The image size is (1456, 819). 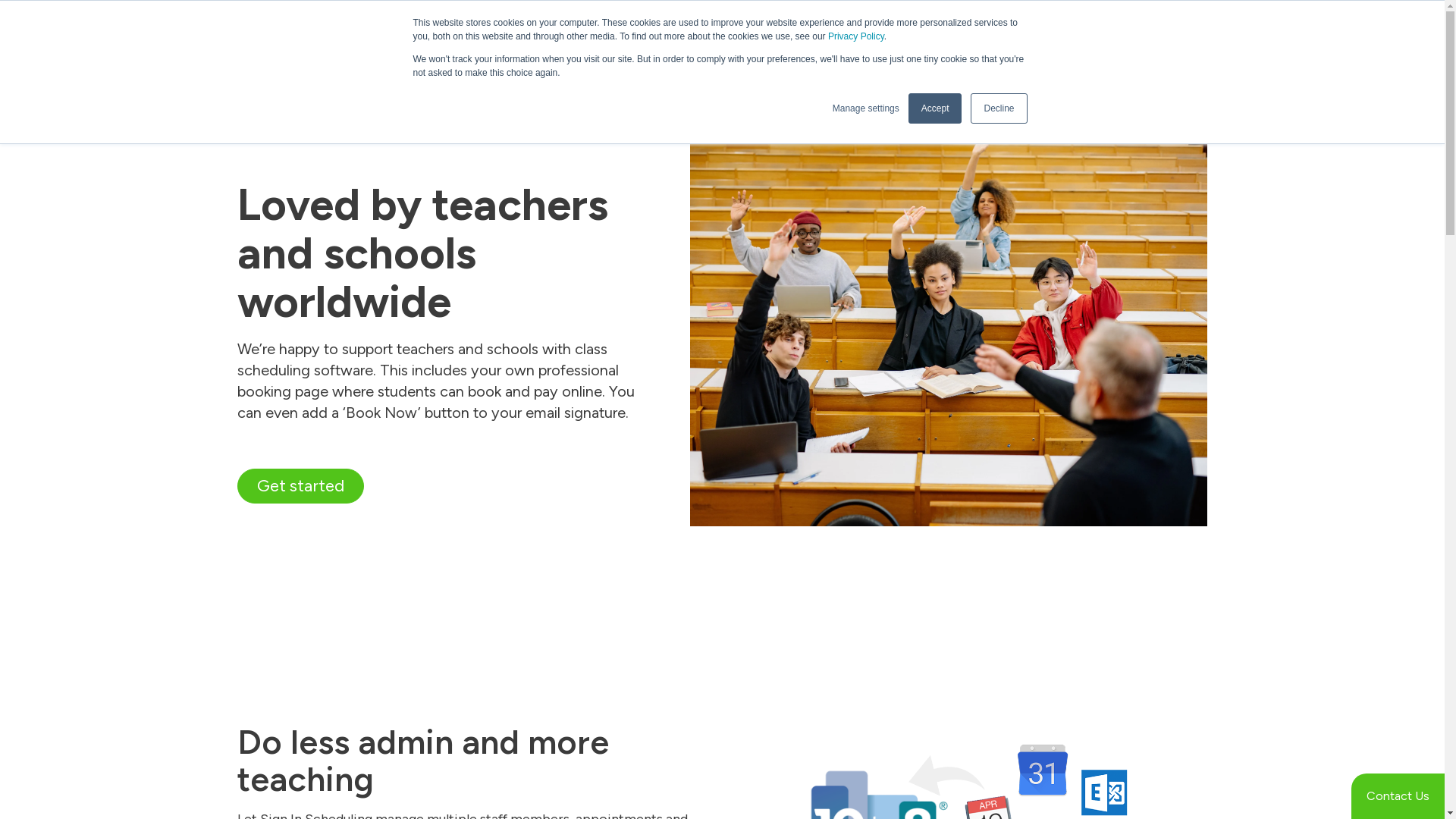 I want to click on 'Login', so click(x=1183, y=29).